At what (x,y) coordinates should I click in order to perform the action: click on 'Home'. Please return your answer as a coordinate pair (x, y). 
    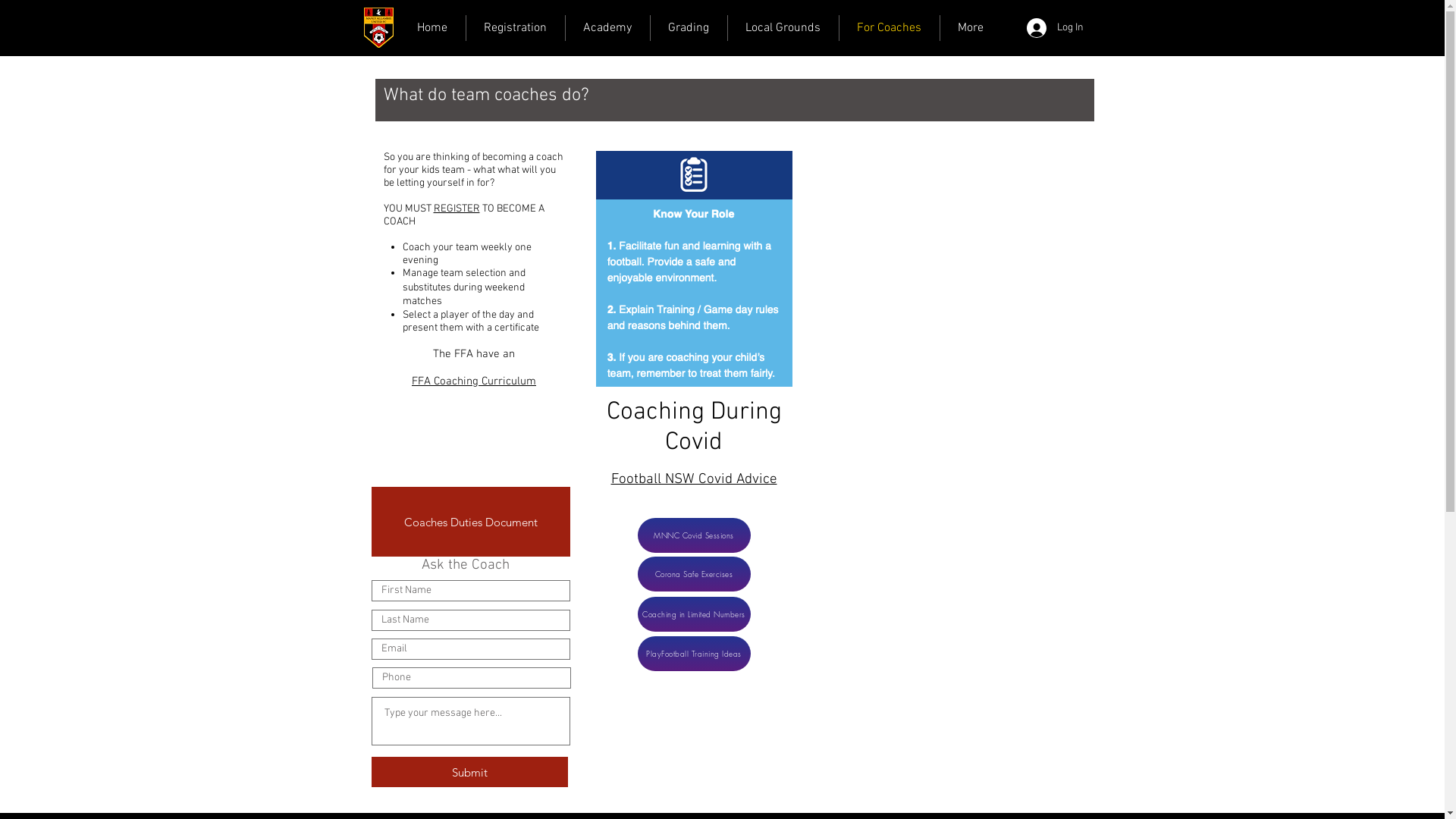
    Looking at the image, I should click on (431, 28).